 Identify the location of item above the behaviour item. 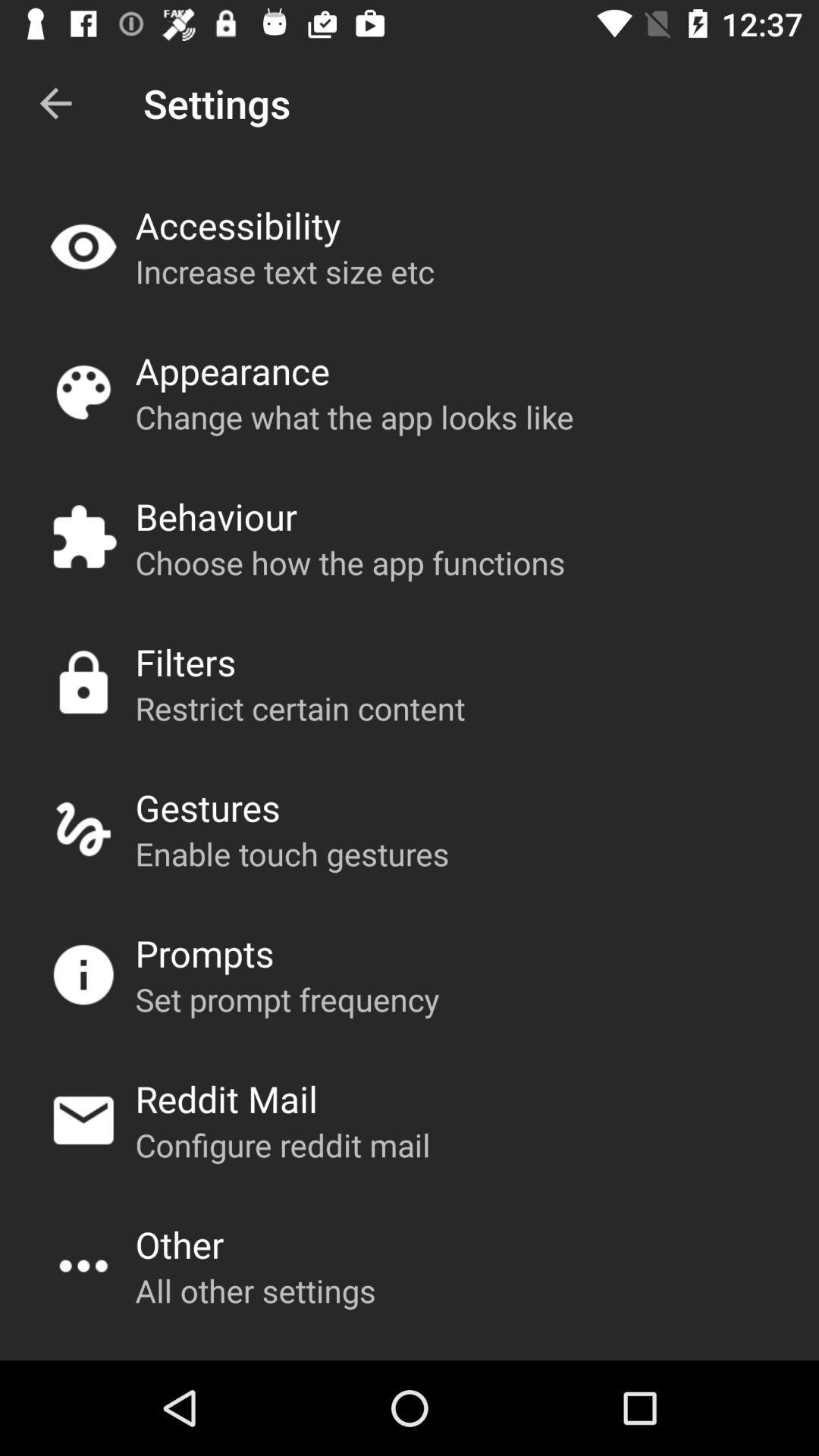
(354, 416).